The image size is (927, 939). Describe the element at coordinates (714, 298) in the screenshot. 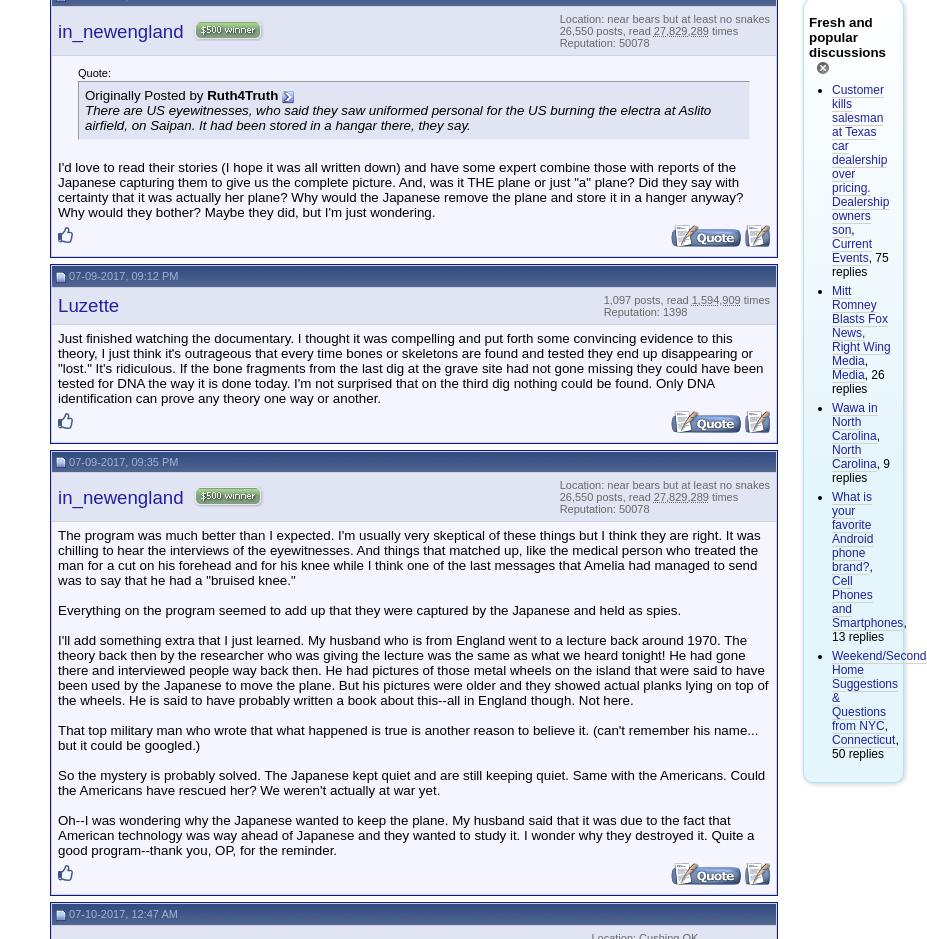

I see `'1,594,909'` at that location.